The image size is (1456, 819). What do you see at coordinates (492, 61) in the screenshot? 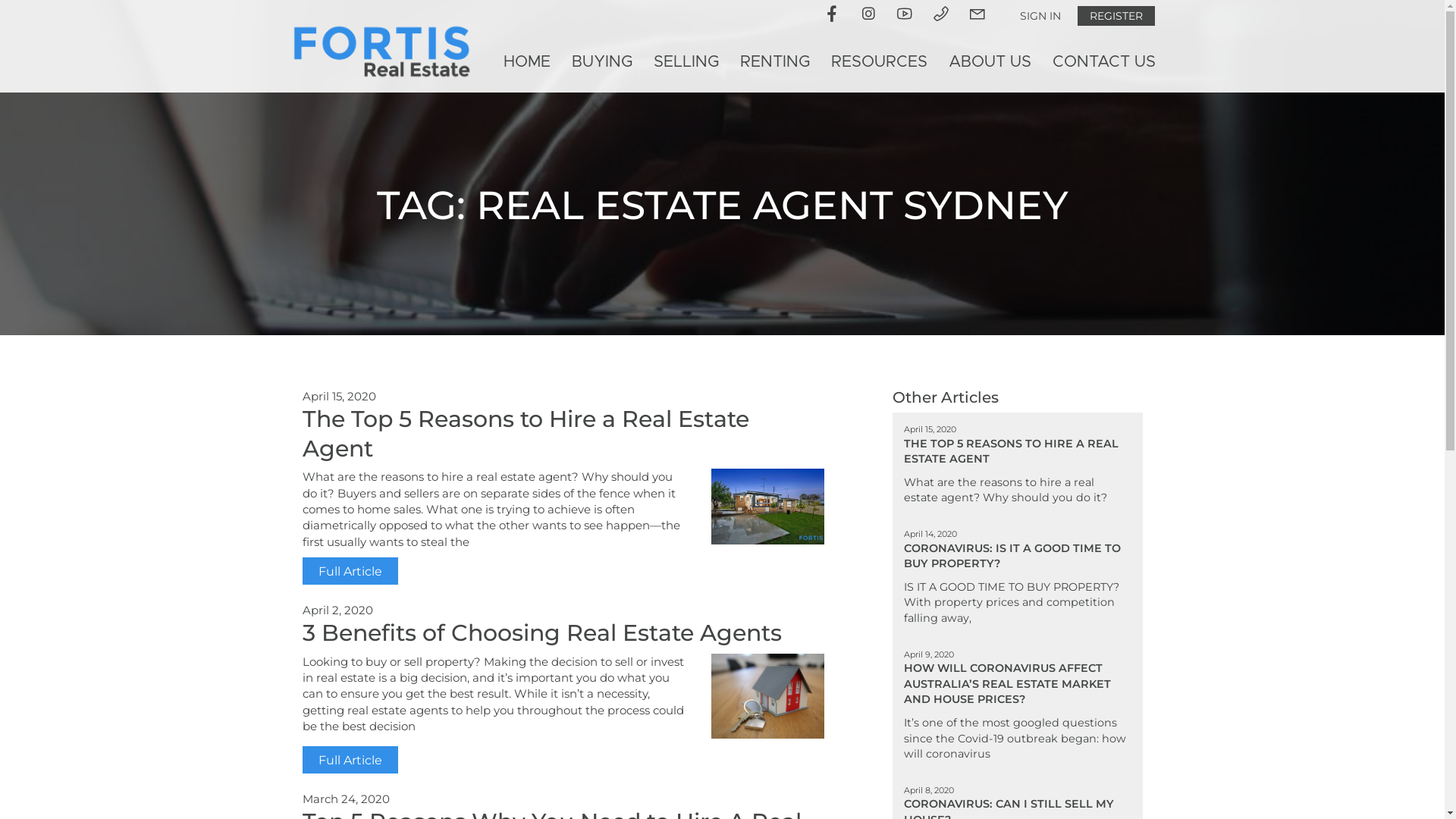
I see `'HOME'` at bounding box center [492, 61].